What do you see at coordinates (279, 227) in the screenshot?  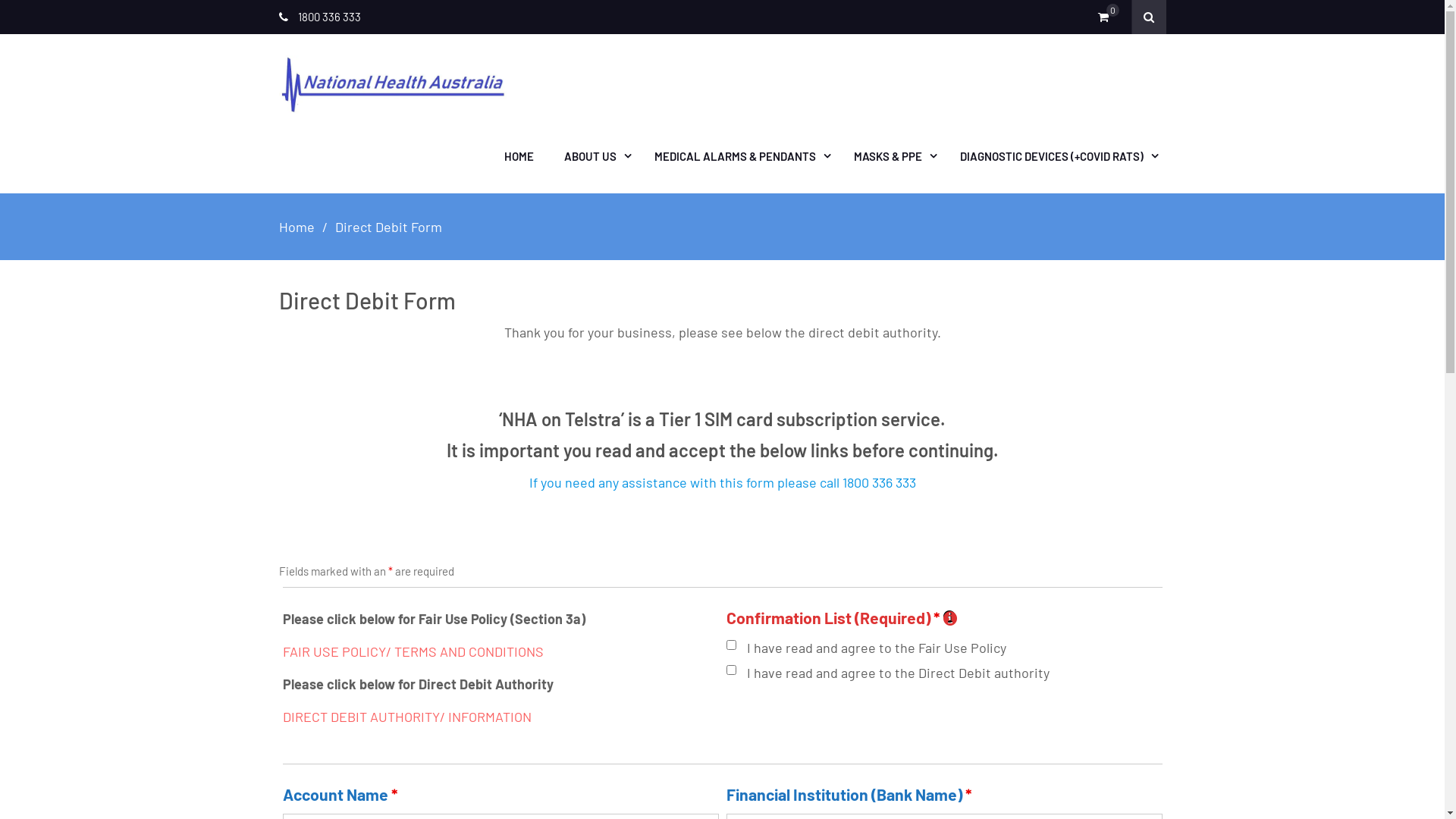 I see `'Home'` at bounding box center [279, 227].